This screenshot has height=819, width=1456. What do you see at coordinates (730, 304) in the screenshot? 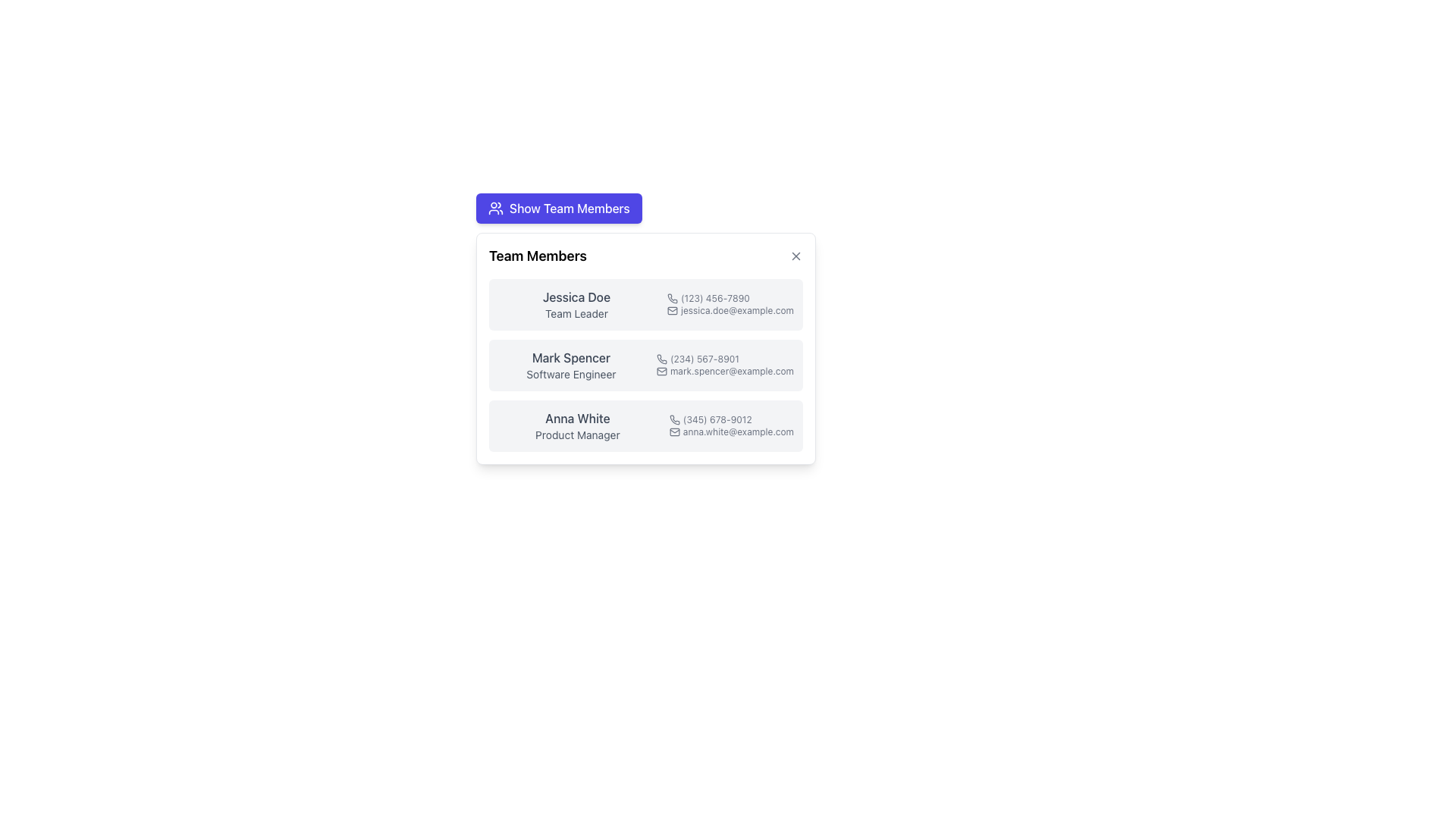
I see `the Text and Icon Pair providing contact information for 'Jessica Doe' in the 'Team Members' section, located below her name and title` at bounding box center [730, 304].